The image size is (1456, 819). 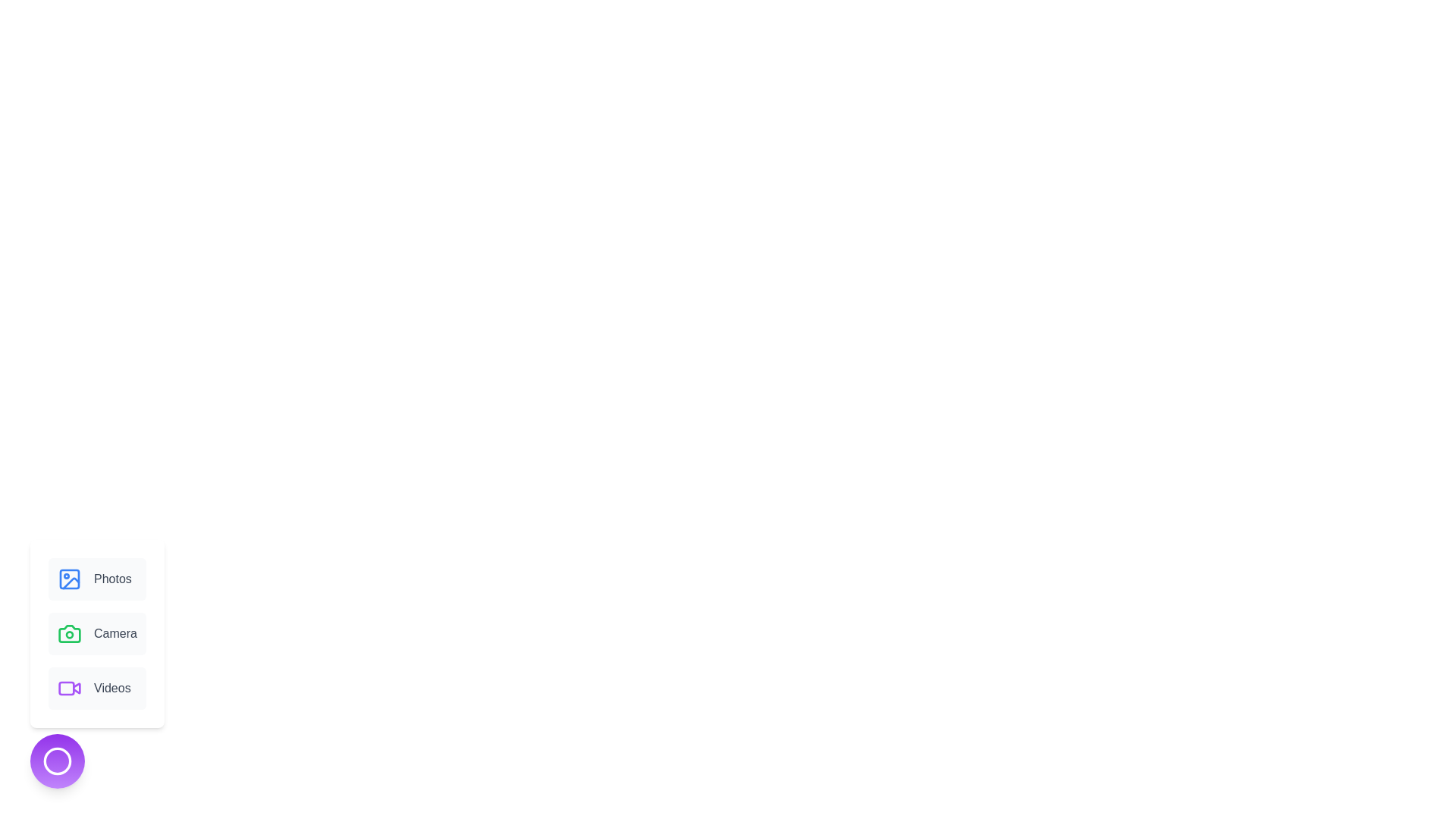 What do you see at coordinates (96, 688) in the screenshot?
I see `the Videos option from the available options` at bounding box center [96, 688].